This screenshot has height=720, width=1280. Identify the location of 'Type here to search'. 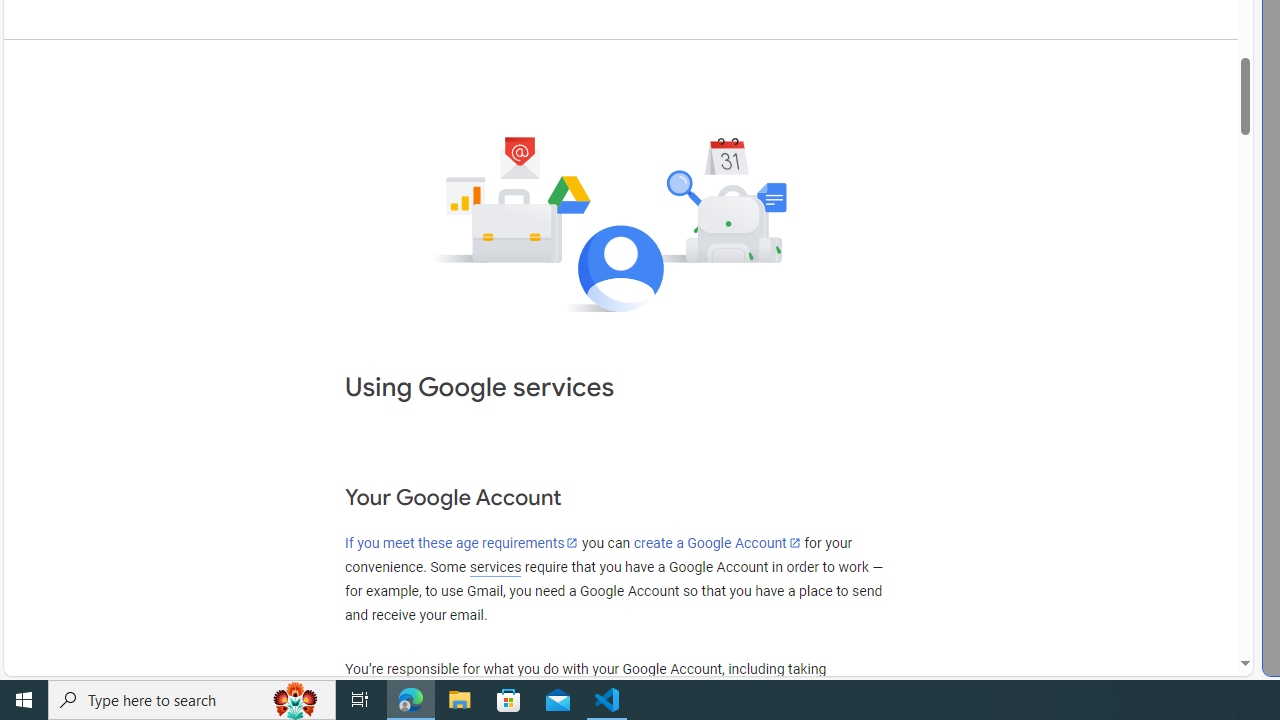
(192, 698).